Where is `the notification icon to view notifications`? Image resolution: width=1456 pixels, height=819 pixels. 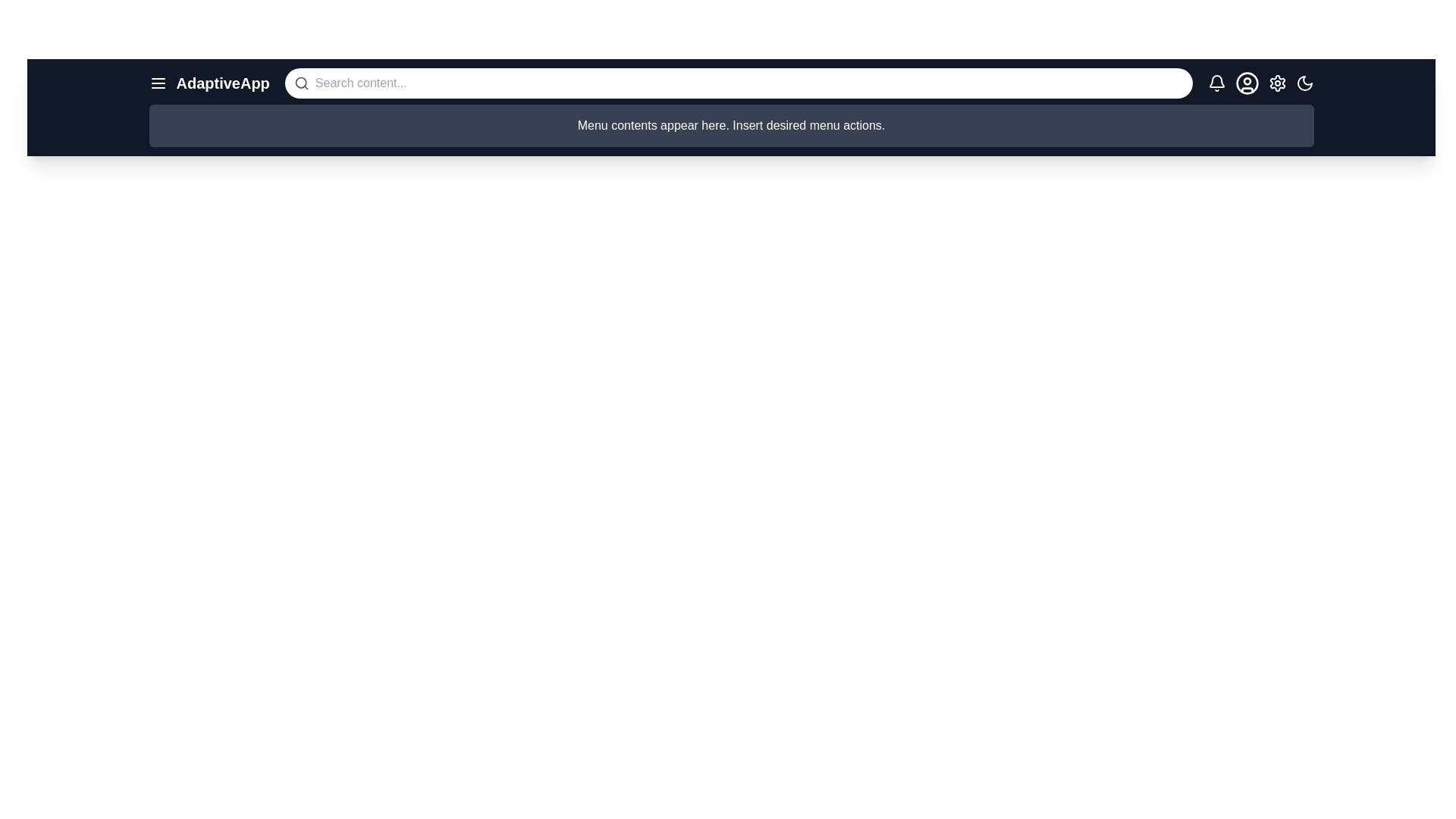
the notification icon to view notifications is located at coordinates (1216, 83).